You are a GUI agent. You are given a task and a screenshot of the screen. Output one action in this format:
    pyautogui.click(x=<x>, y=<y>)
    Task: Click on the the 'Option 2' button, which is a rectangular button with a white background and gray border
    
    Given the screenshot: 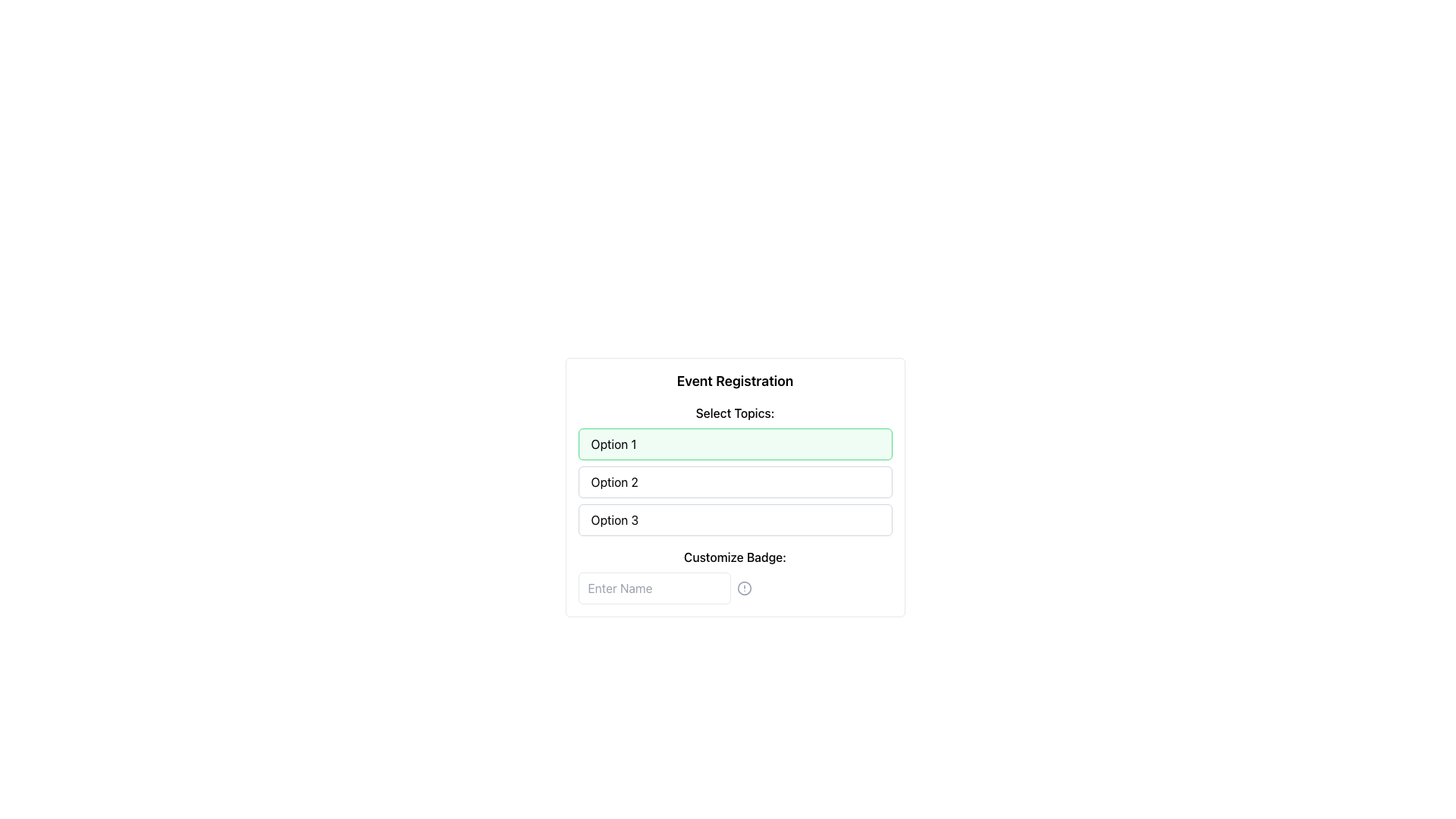 What is the action you would take?
    pyautogui.click(x=735, y=488)
    